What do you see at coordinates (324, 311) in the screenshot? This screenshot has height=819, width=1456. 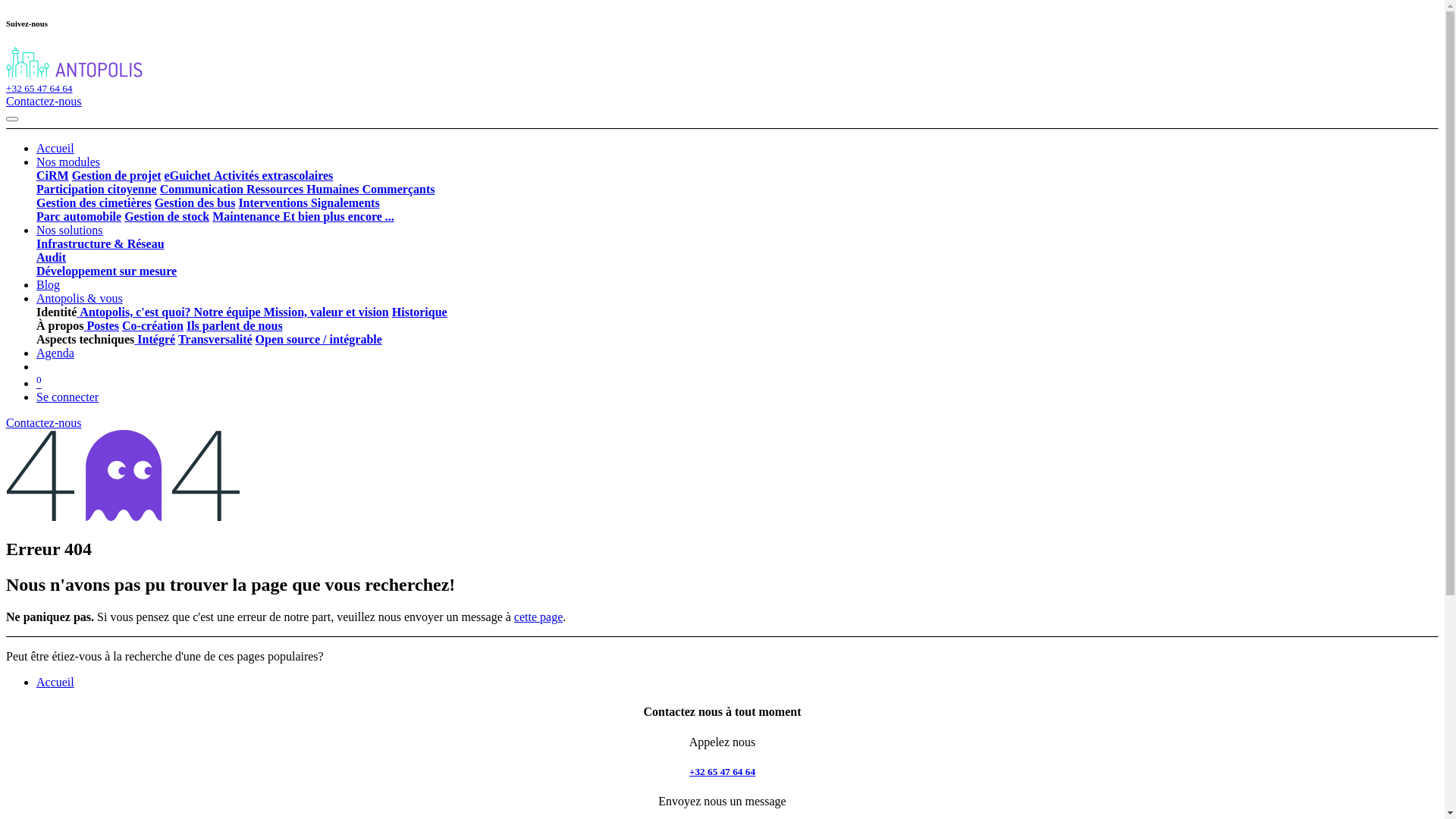 I see `'Mission, valeur et vision'` at bounding box center [324, 311].